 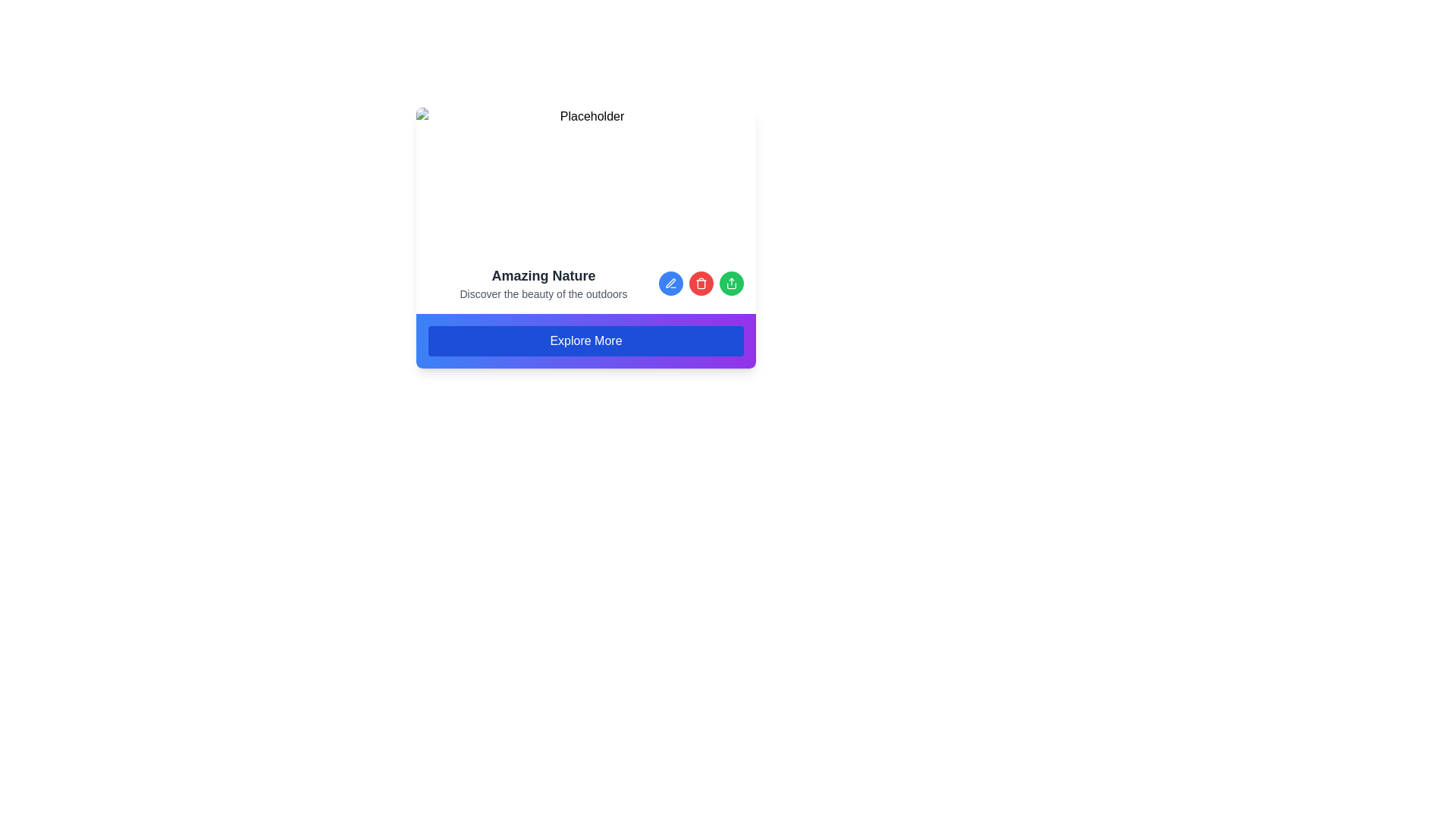 I want to click on the Text Label that serves as a title or headline for the content section related to nature, positioned above the 'Explore More' button, so click(x=543, y=275).